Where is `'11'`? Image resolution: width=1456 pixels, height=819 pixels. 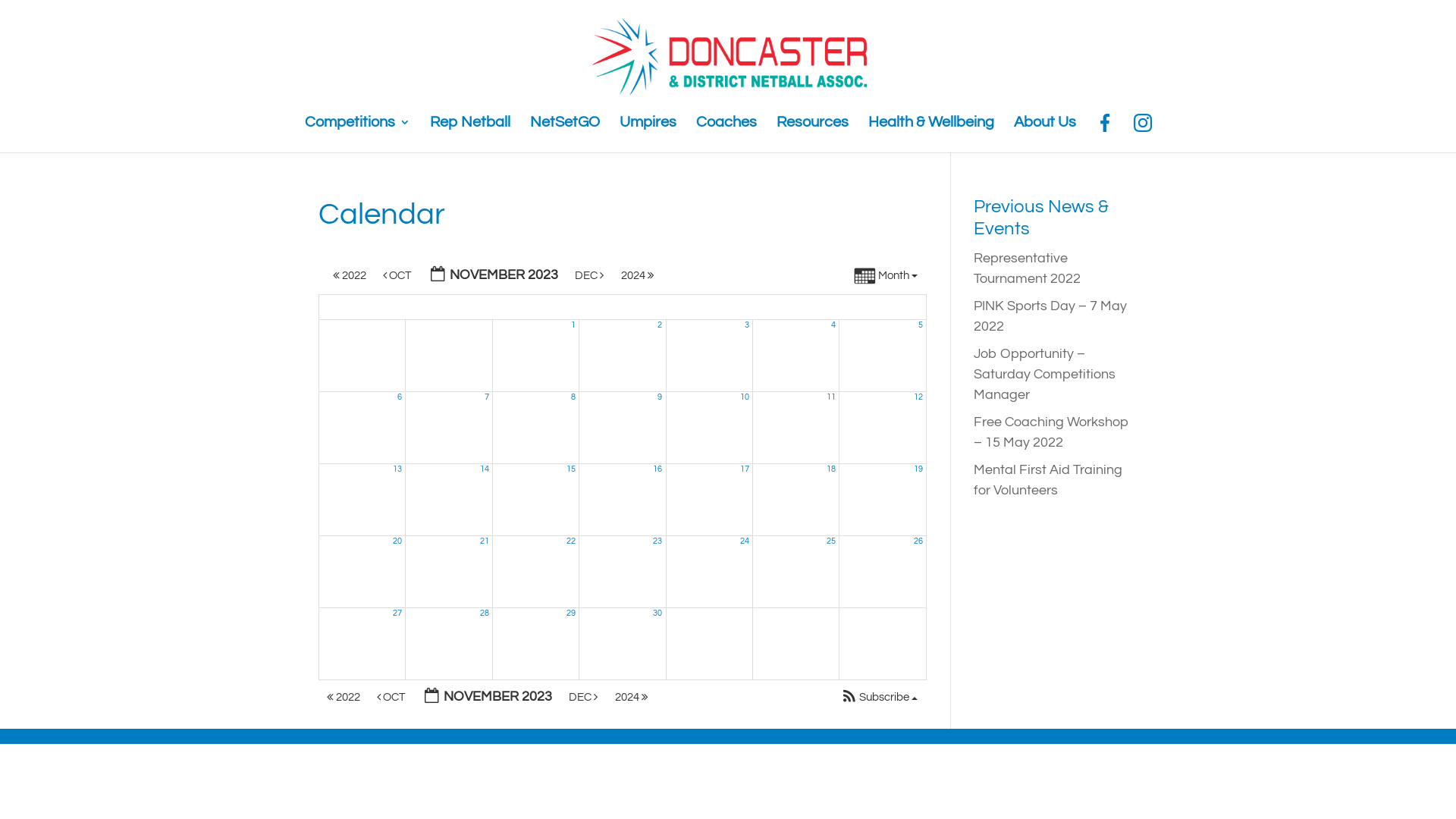
'11' is located at coordinates (825, 396).